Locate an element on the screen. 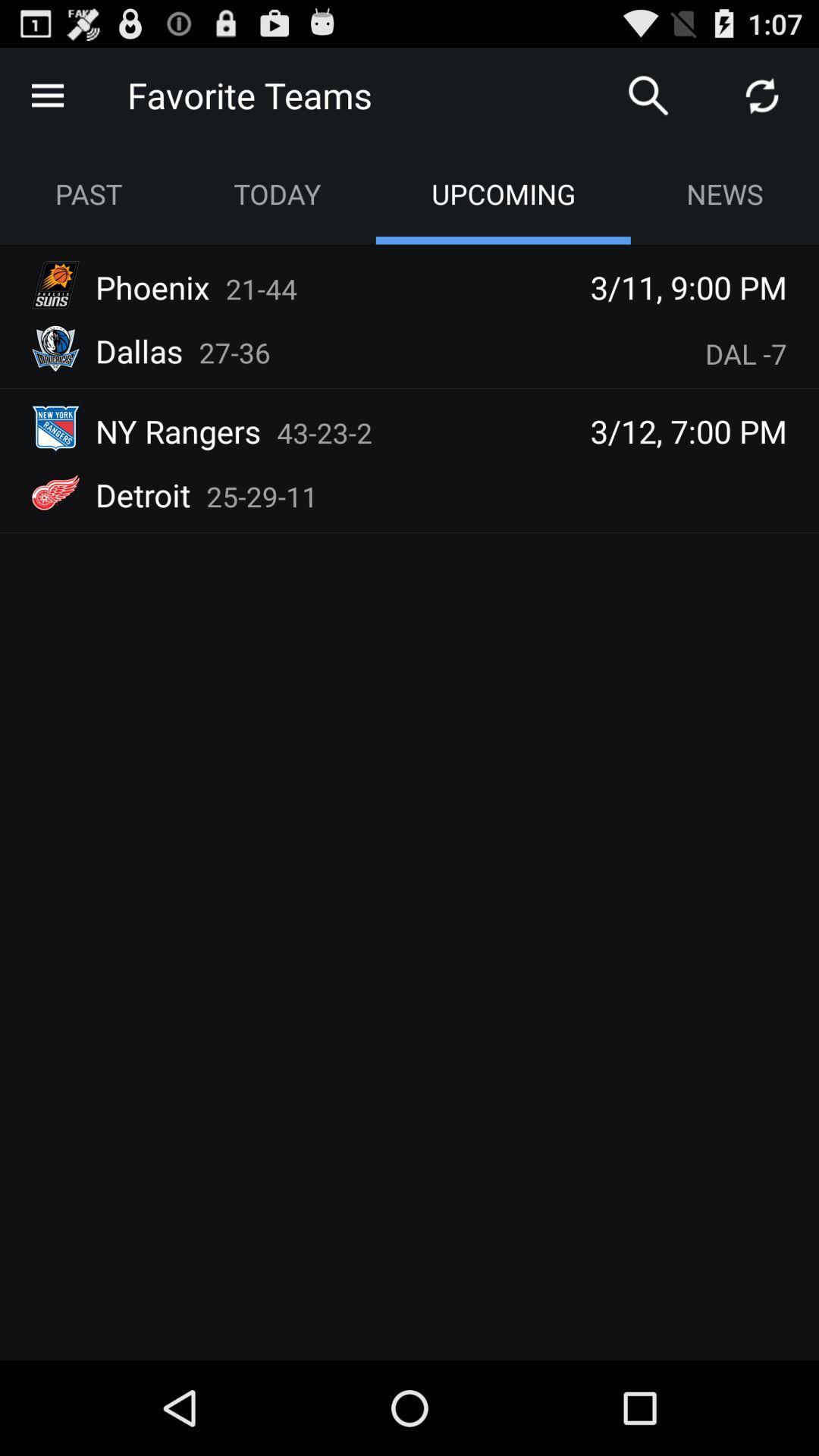  search is located at coordinates (648, 94).